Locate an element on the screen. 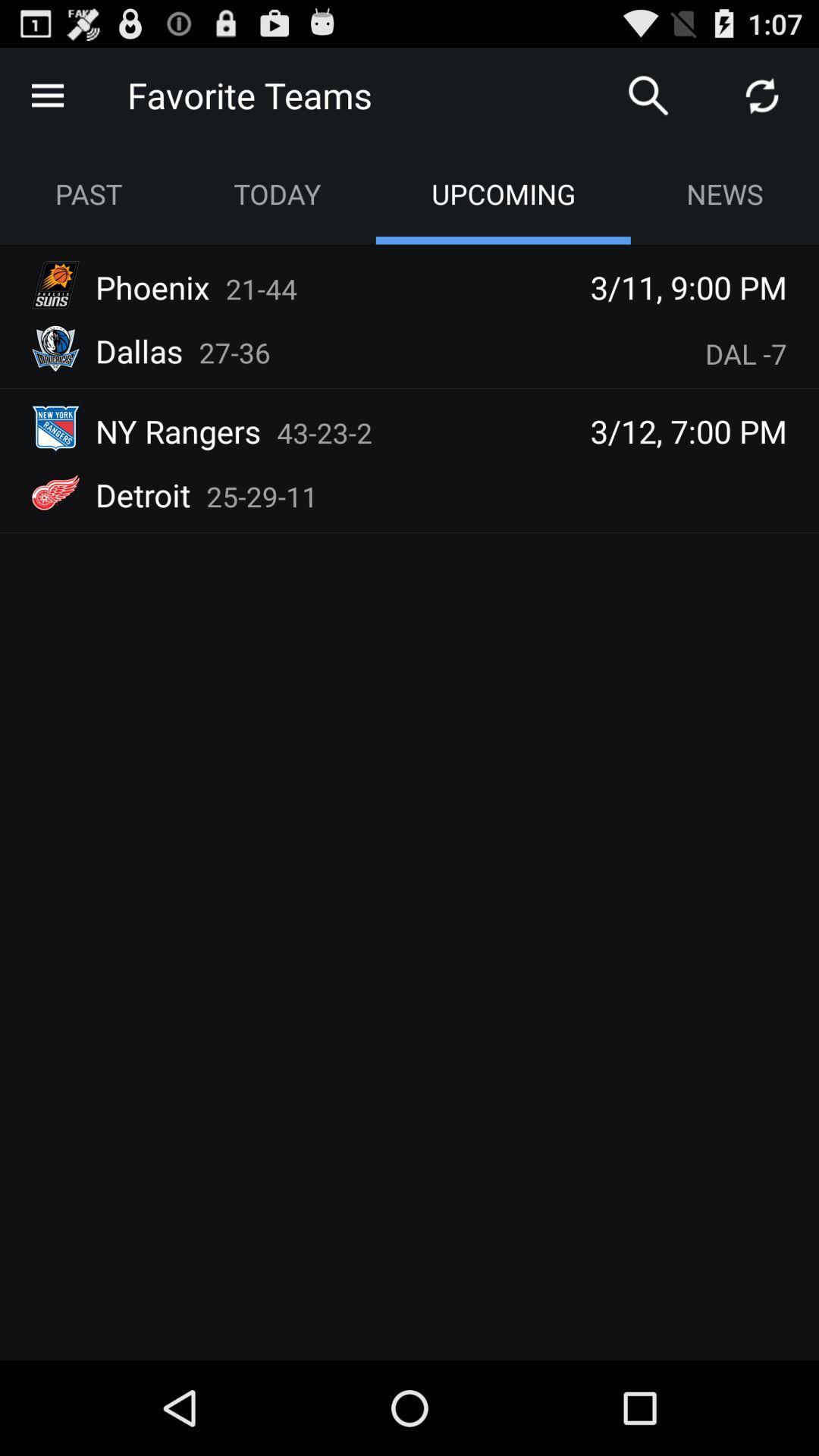  search is located at coordinates (648, 94).